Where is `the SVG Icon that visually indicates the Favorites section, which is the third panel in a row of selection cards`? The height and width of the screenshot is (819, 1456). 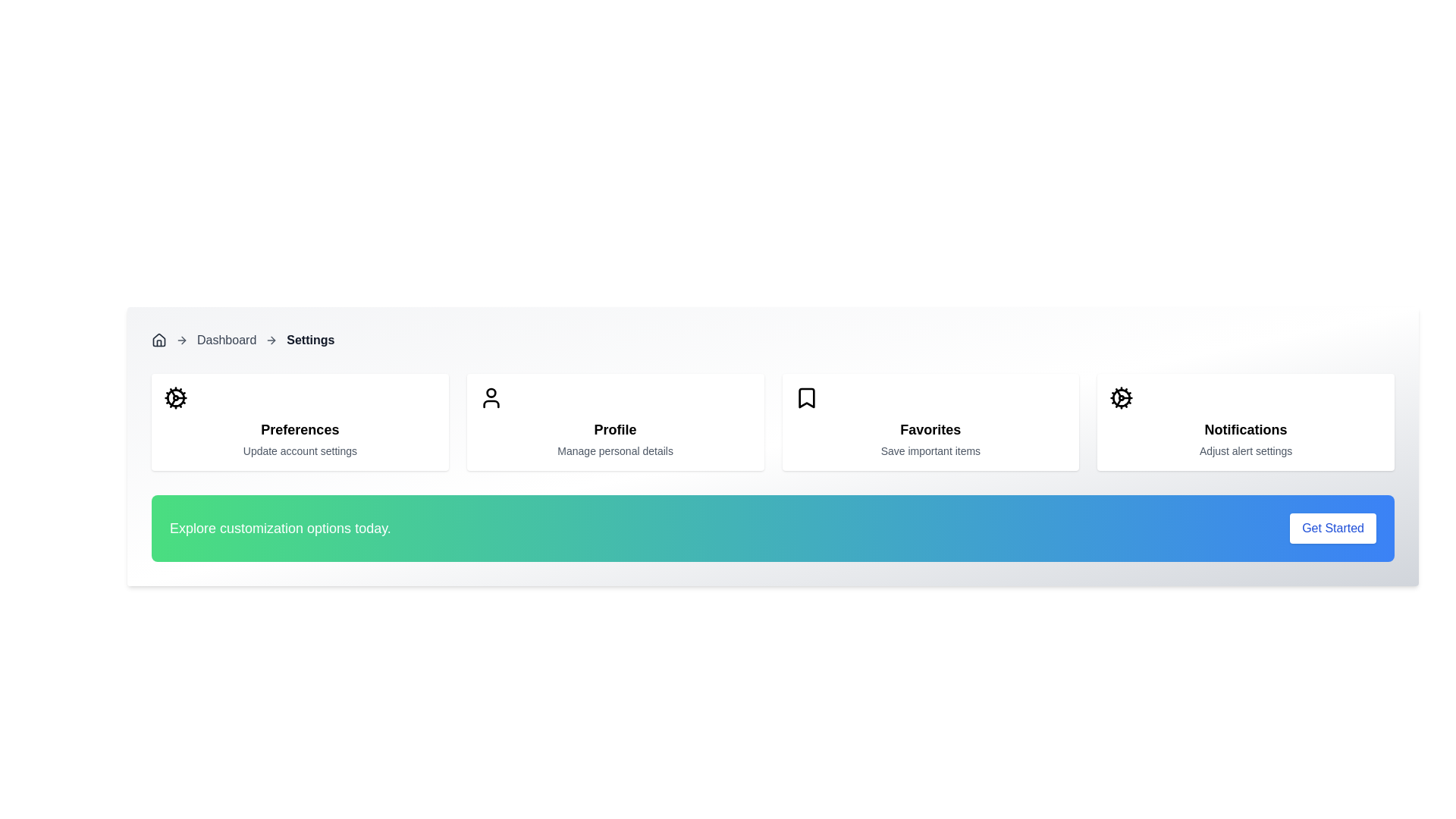
the SVG Icon that visually indicates the Favorites section, which is the third panel in a row of selection cards is located at coordinates (805, 397).